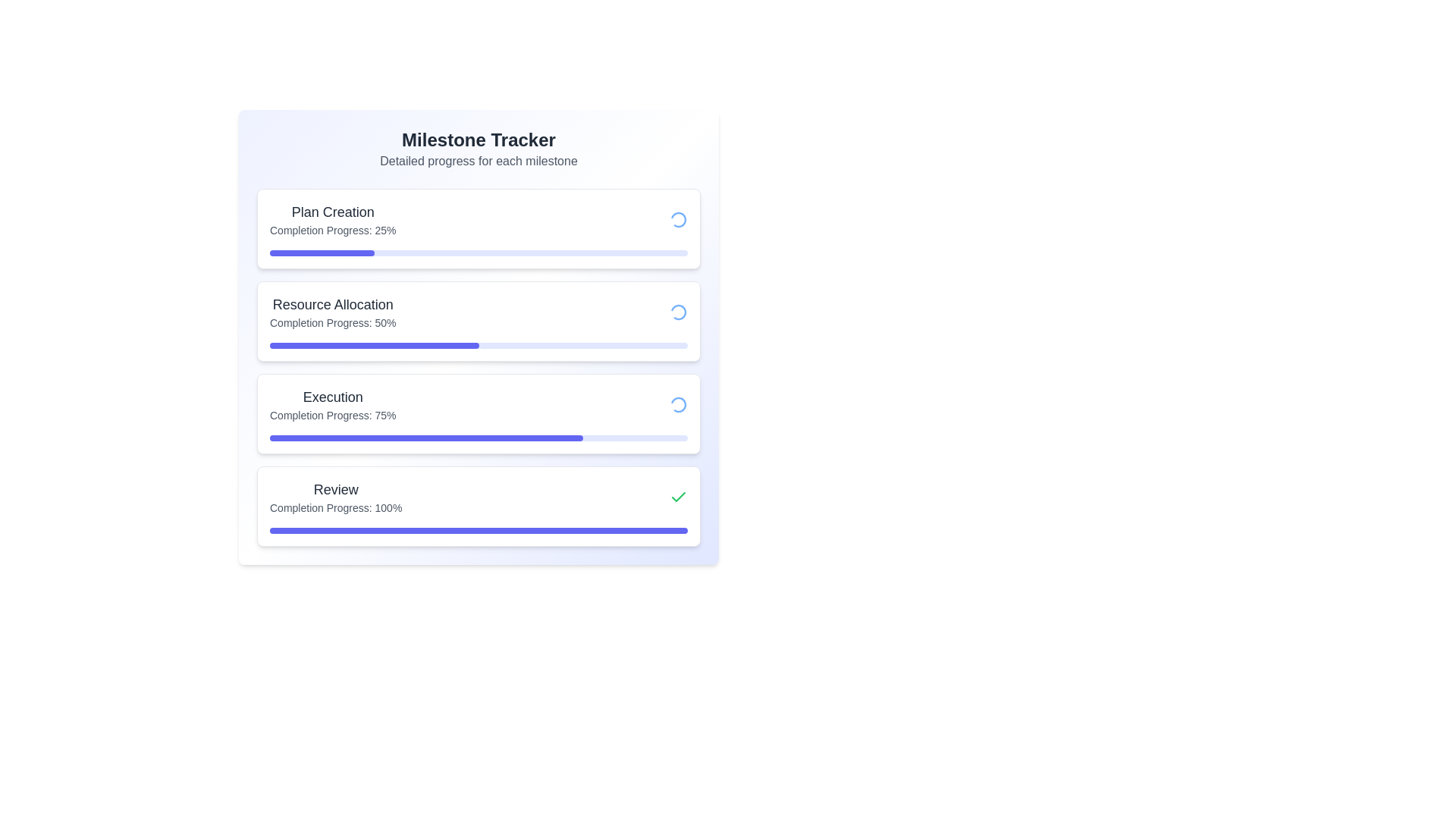 The width and height of the screenshot is (1456, 819). What do you see at coordinates (677, 219) in the screenshot?
I see `the loading spinner icon located at the top-right part of the 'Plan Creation' section in the 'Milestone Tracker', which indicates a processing status` at bounding box center [677, 219].